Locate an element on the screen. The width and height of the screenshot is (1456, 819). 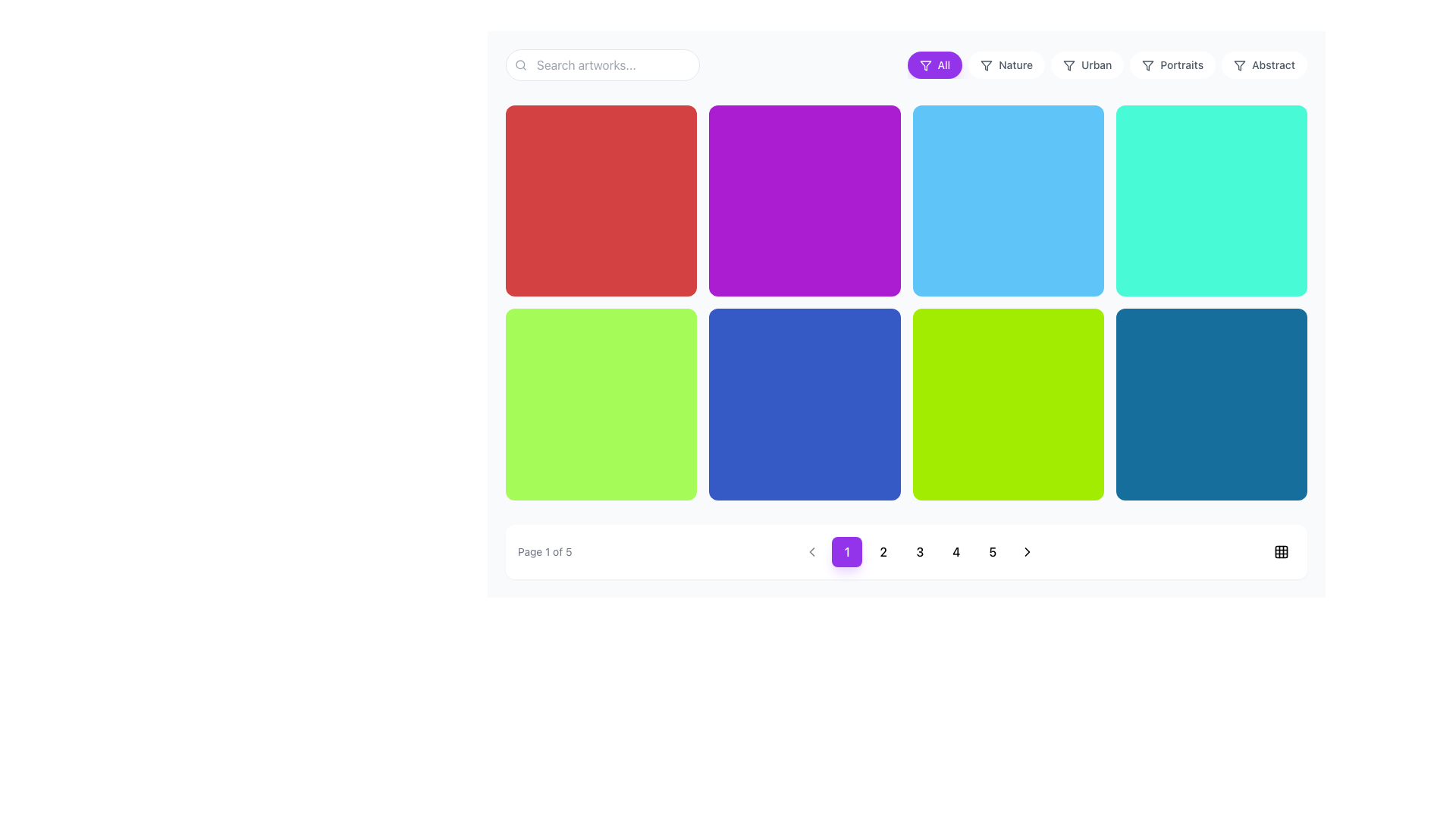
the pagination button labeled '3' is located at coordinates (919, 551).